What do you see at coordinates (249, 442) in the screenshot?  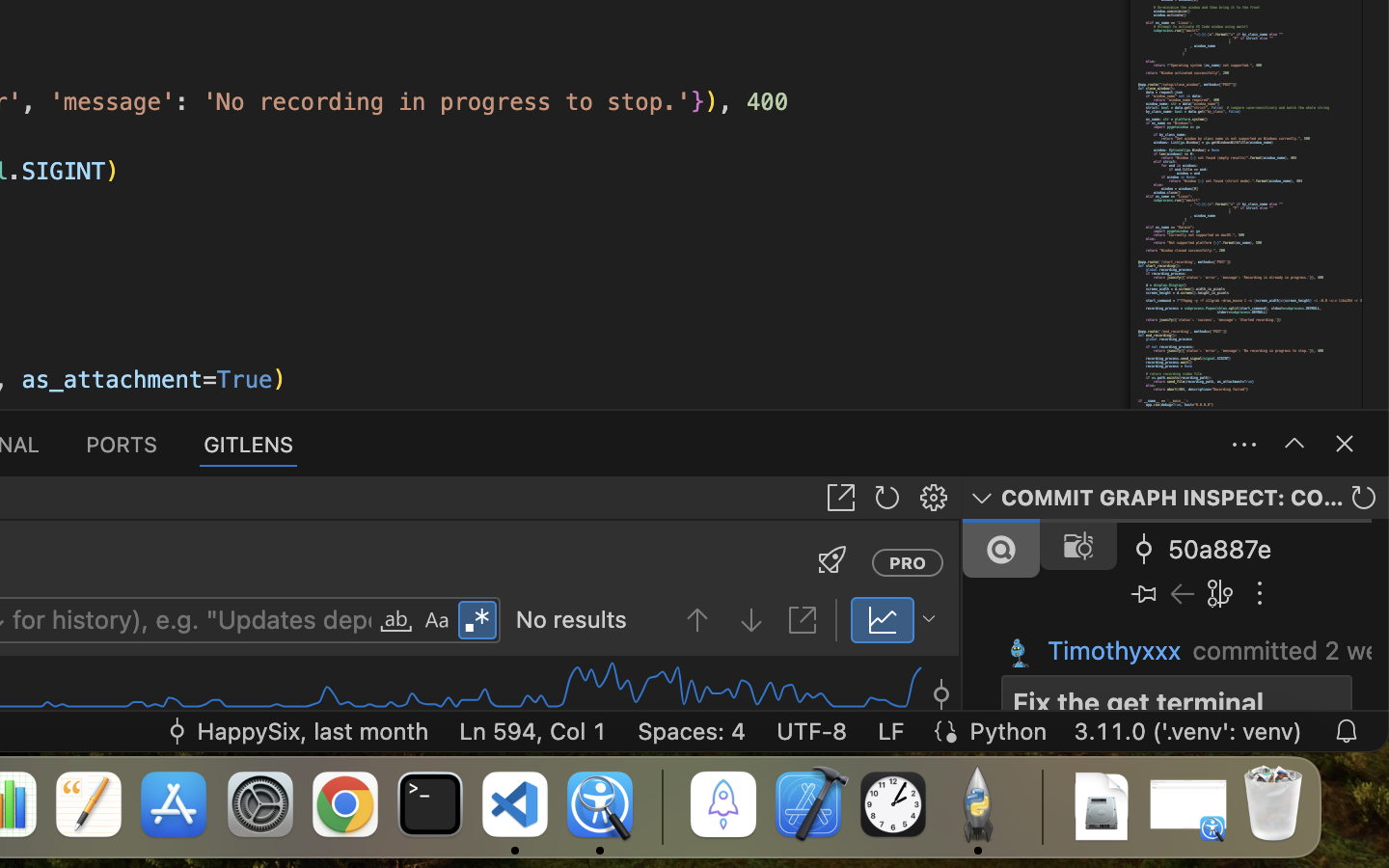 I see `'1 GITLENS'` at bounding box center [249, 442].